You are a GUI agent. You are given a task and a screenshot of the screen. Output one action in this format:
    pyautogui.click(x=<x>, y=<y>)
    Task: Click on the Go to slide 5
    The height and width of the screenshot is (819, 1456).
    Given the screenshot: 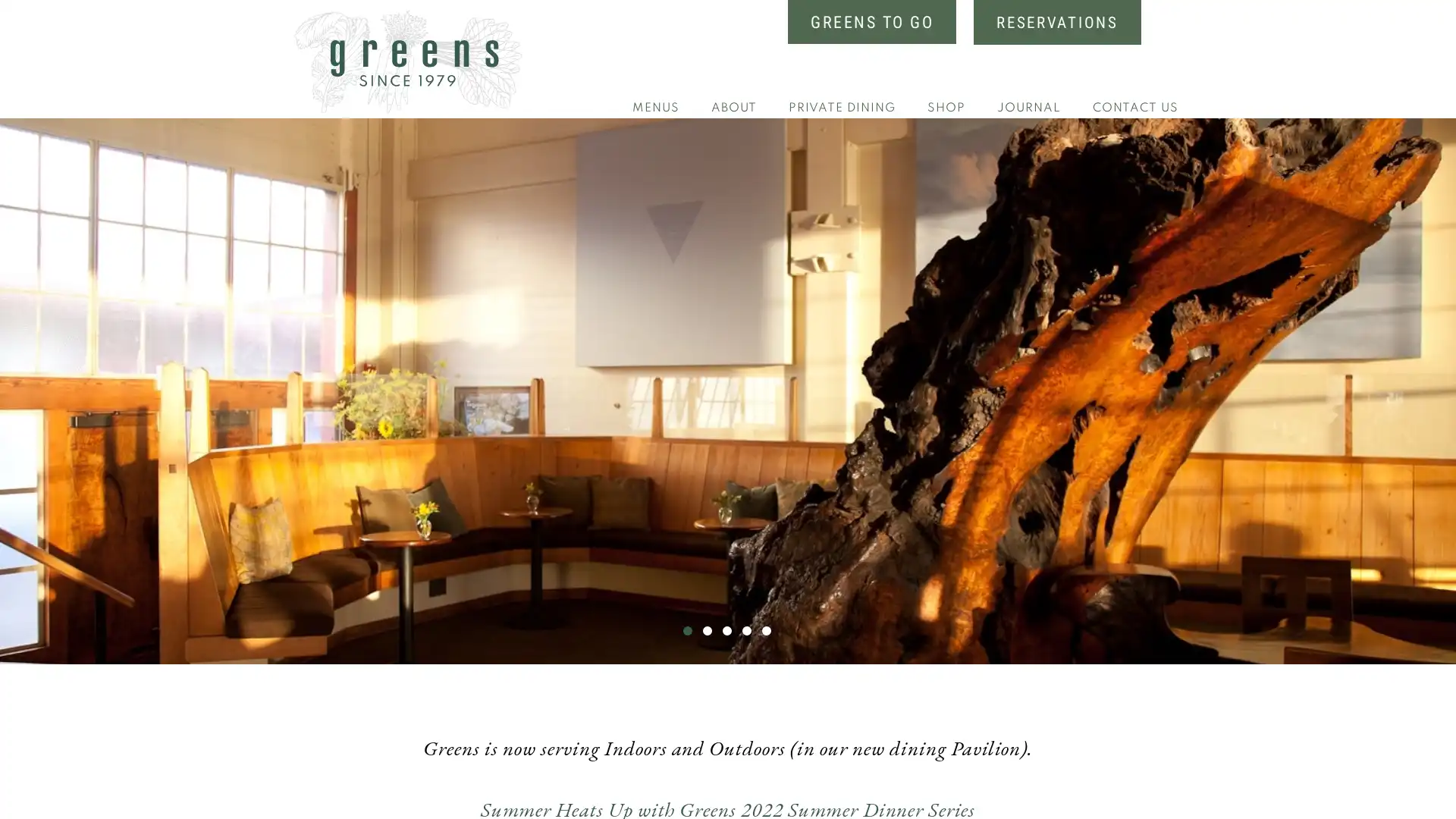 What is the action you would take?
    pyautogui.click(x=767, y=629)
    